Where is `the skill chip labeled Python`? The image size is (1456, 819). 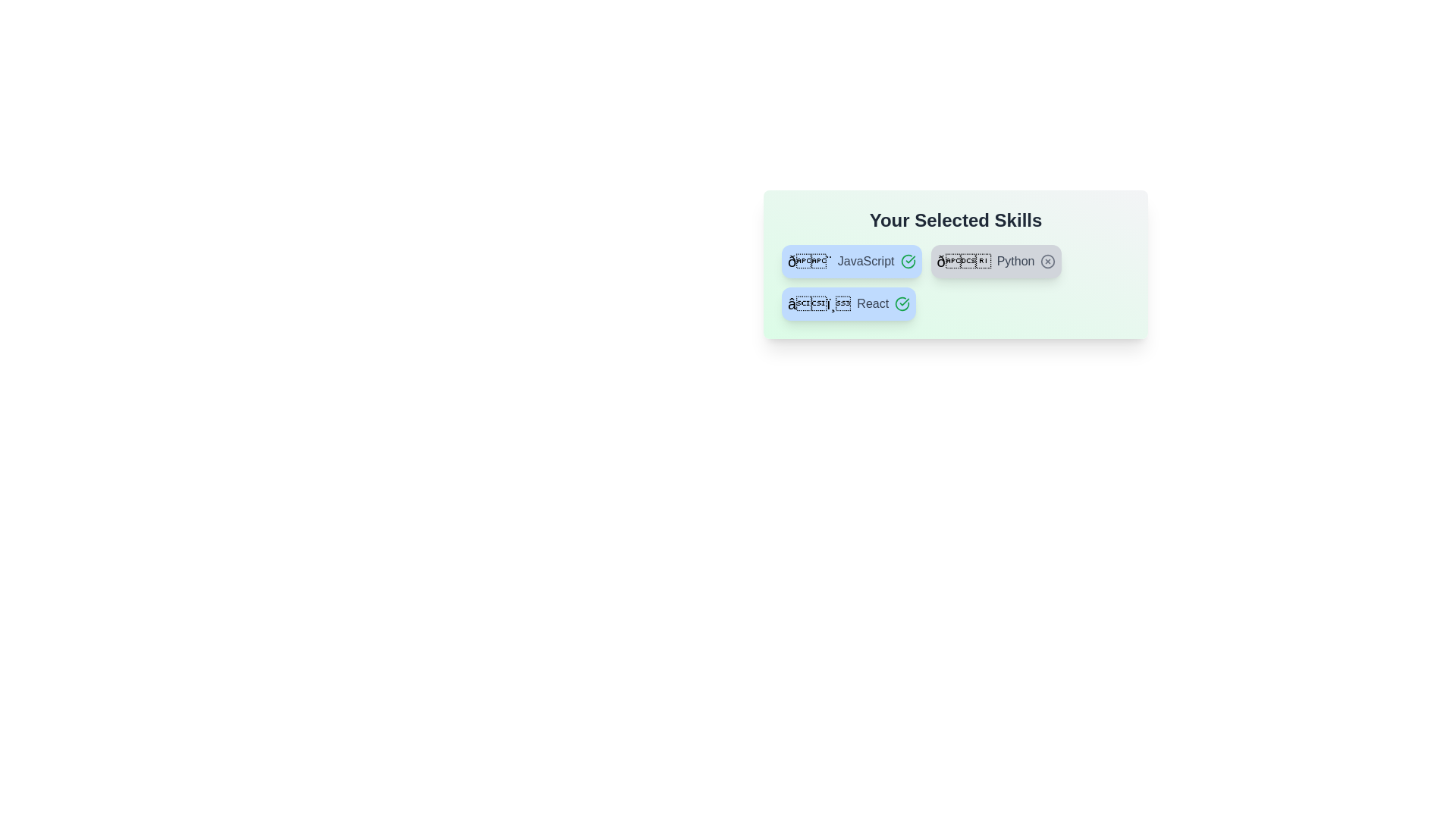
the skill chip labeled Python is located at coordinates (996, 260).